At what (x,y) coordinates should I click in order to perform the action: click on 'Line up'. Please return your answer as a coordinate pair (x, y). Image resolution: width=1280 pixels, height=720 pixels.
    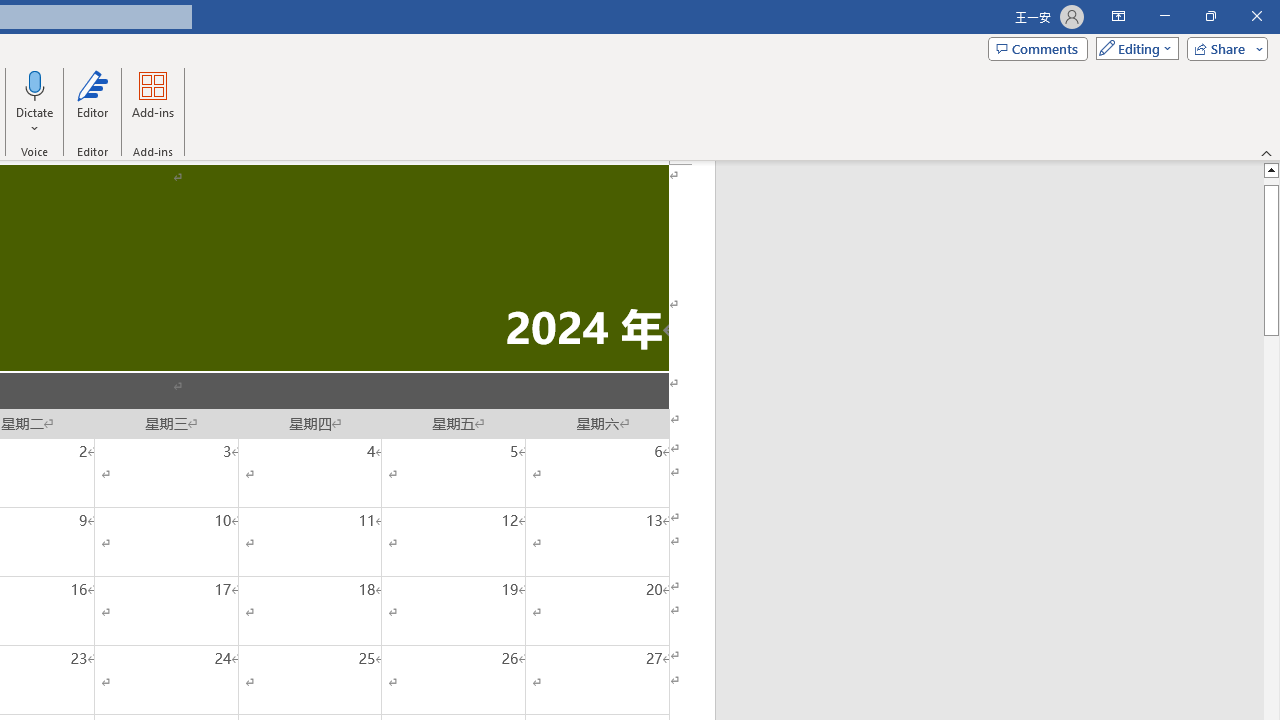
    Looking at the image, I should click on (1270, 168).